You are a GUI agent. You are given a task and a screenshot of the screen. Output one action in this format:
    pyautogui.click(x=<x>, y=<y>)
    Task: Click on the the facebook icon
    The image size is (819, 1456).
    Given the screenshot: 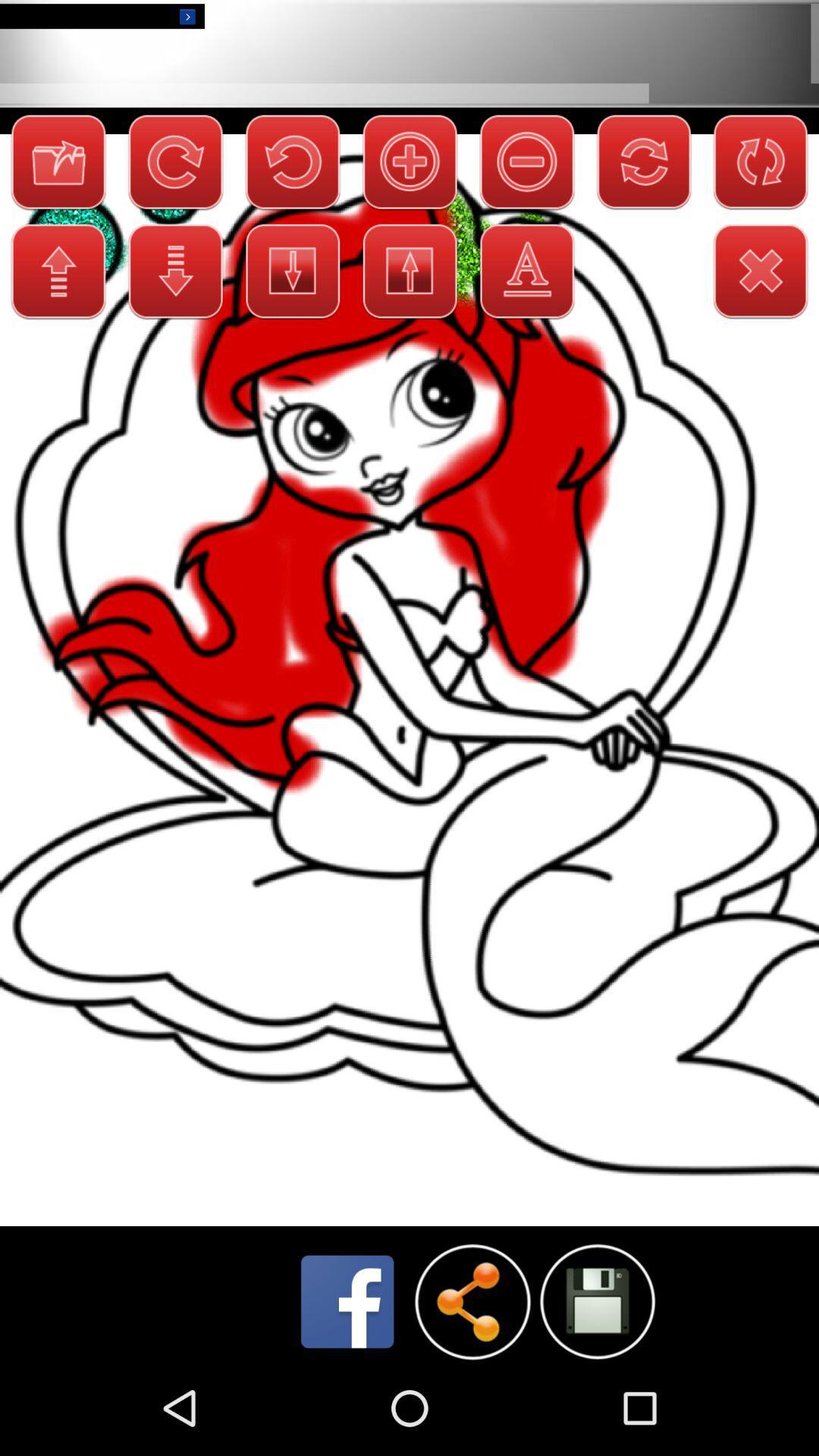 What is the action you would take?
    pyautogui.click(x=347, y=1393)
    